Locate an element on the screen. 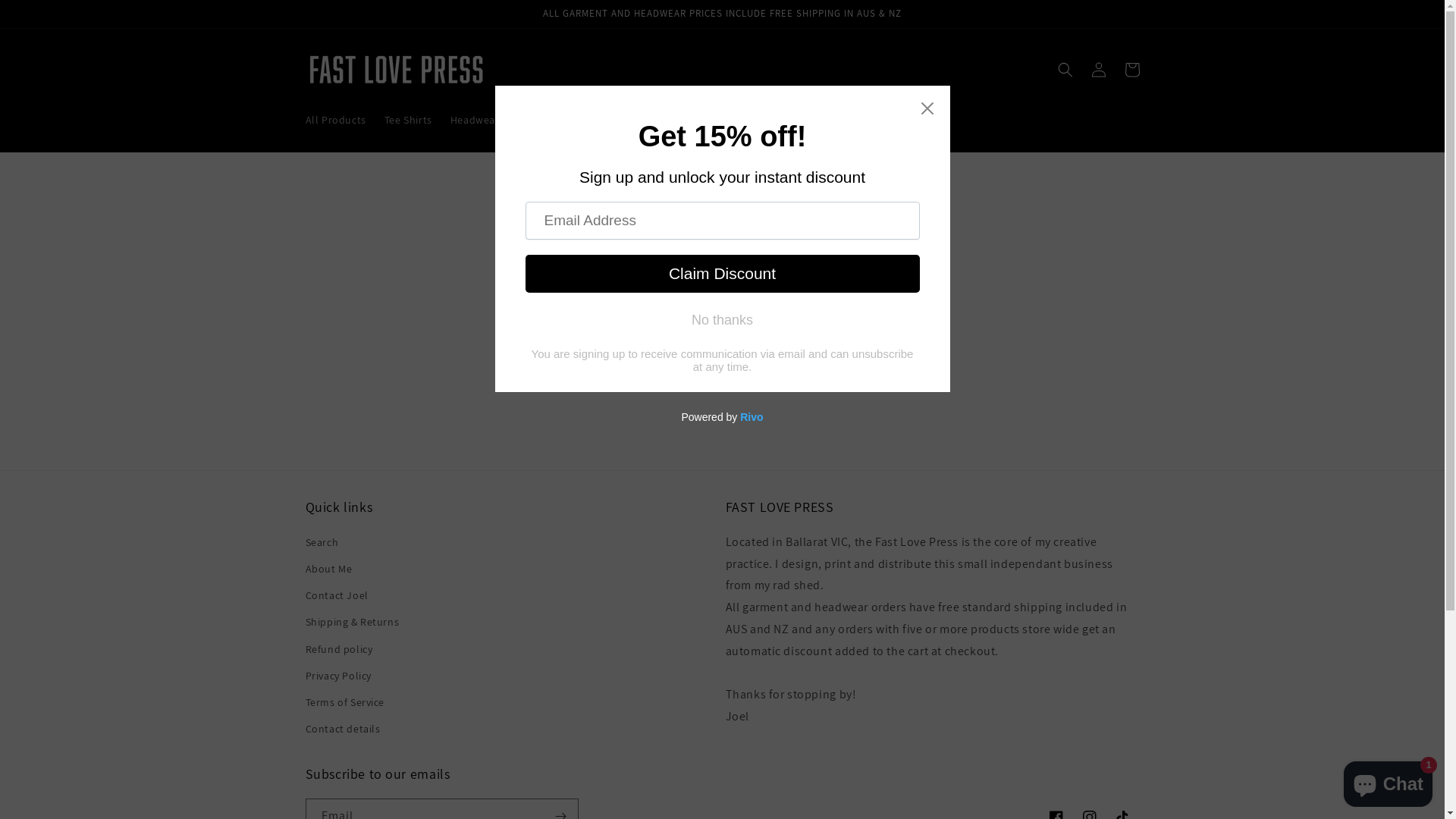  'Headwear' is located at coordinates (474, 119).